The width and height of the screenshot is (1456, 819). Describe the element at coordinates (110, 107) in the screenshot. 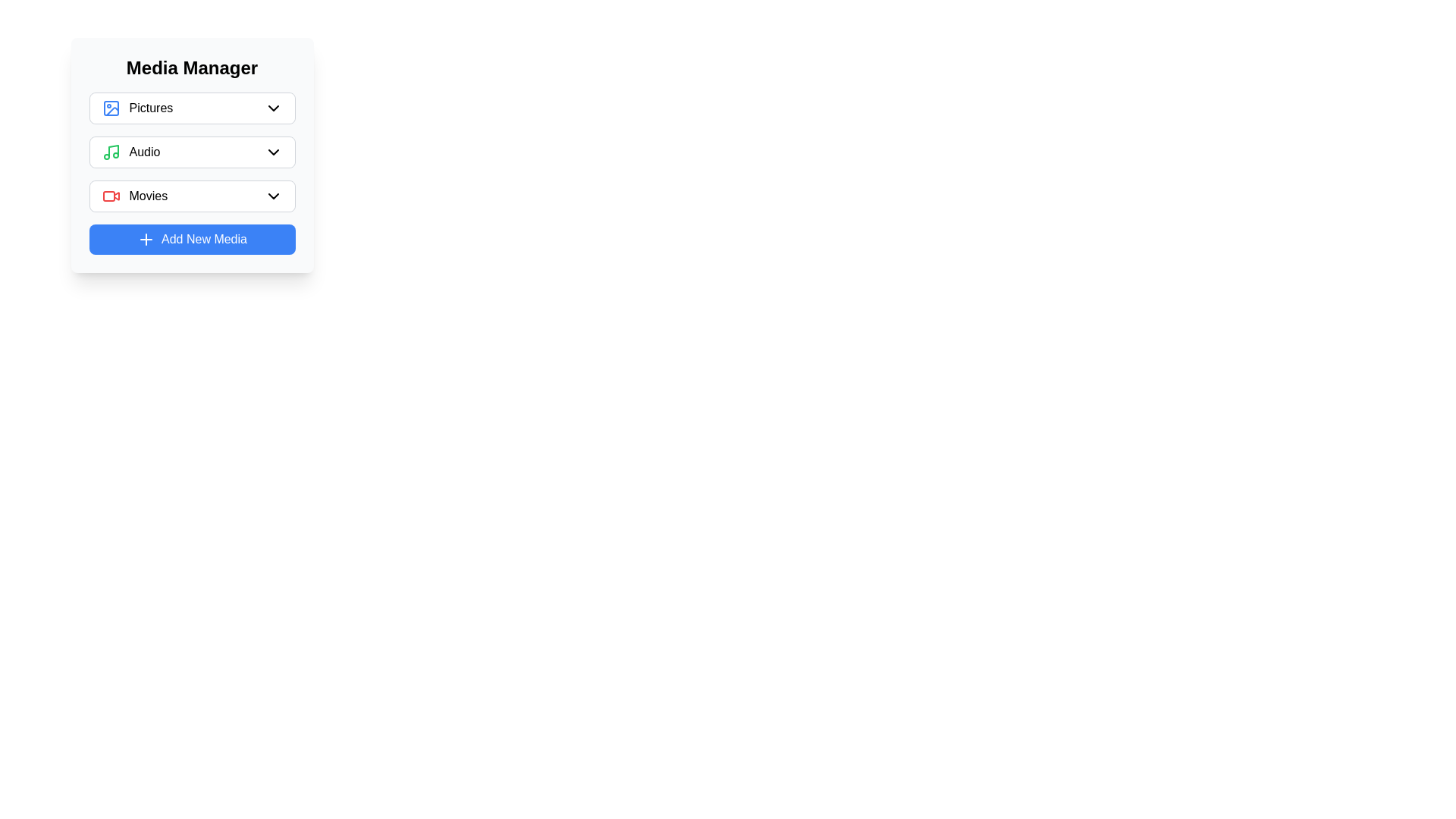

I see `the 'Pictures' category icon in the media manager interface, which is located to the left of the 'Pictures' label` at that location.